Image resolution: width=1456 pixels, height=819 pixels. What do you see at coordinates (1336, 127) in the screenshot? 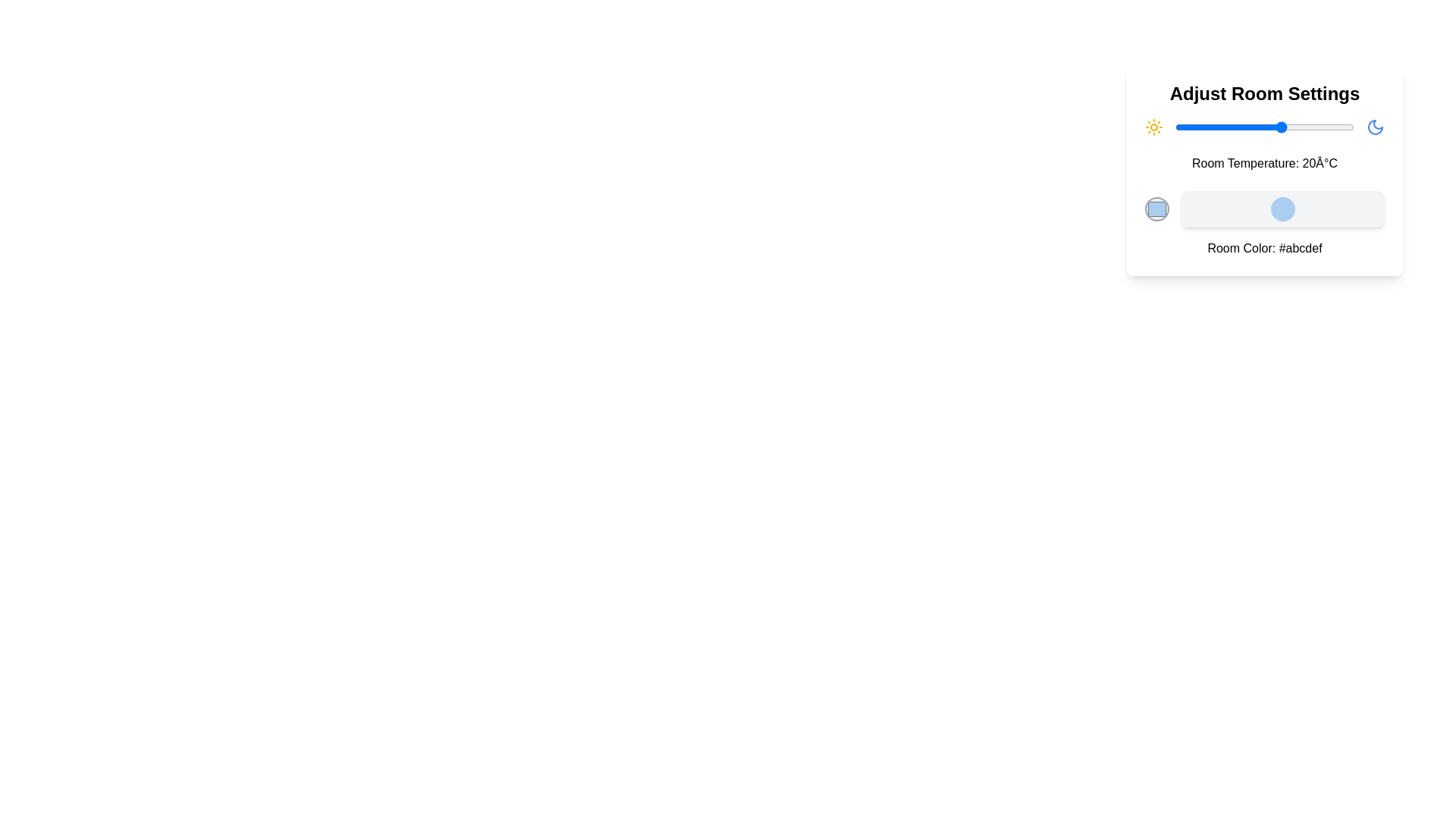
I see `the temperature slider to set the temperature to 35°C` at bounding box center [1336, 127].